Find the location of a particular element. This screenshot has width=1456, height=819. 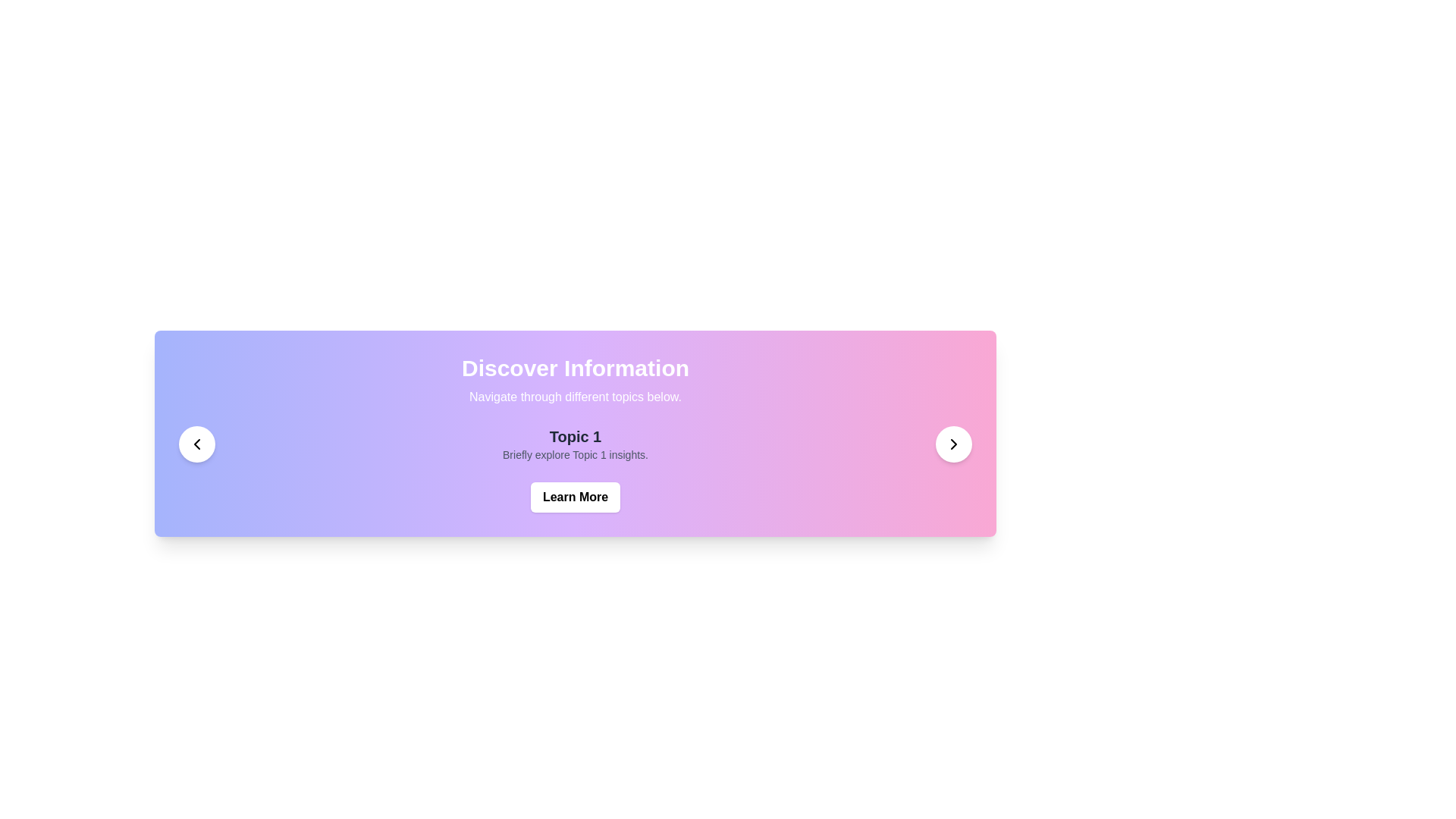

the navigational button on the left side of the card to move to the previous topic in the carousel interface is located at coordinates (196, 444).